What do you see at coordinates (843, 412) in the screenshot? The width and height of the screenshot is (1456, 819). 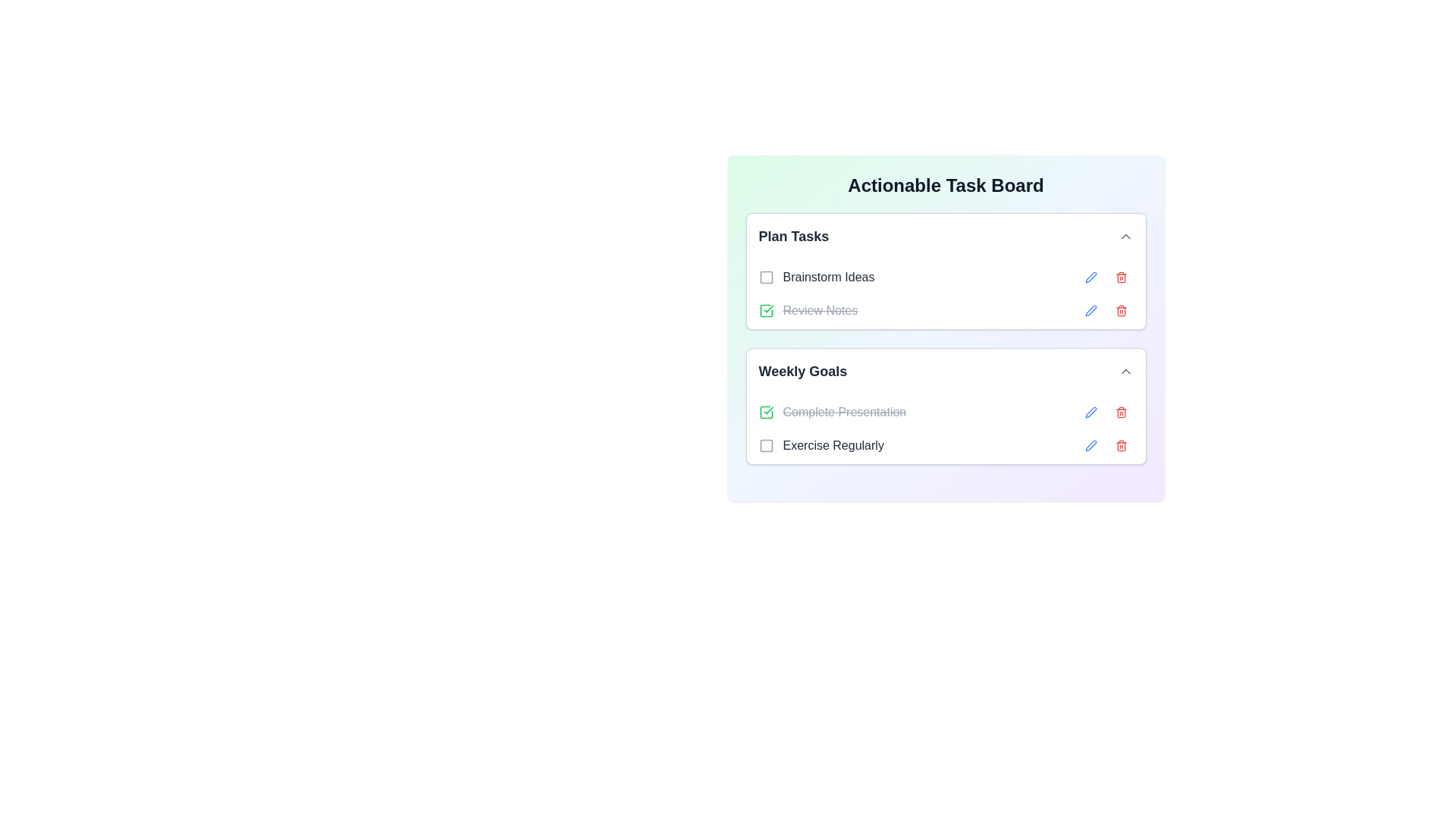 I see `the text label that displays the title of a completed task, marked with a strikethrough style, located in the 'Weekly Goals' section of the 'Actionable Task Board', following a checkmark icon and above the 'Exercise Regularly' text` at bounding box center [843, 412].